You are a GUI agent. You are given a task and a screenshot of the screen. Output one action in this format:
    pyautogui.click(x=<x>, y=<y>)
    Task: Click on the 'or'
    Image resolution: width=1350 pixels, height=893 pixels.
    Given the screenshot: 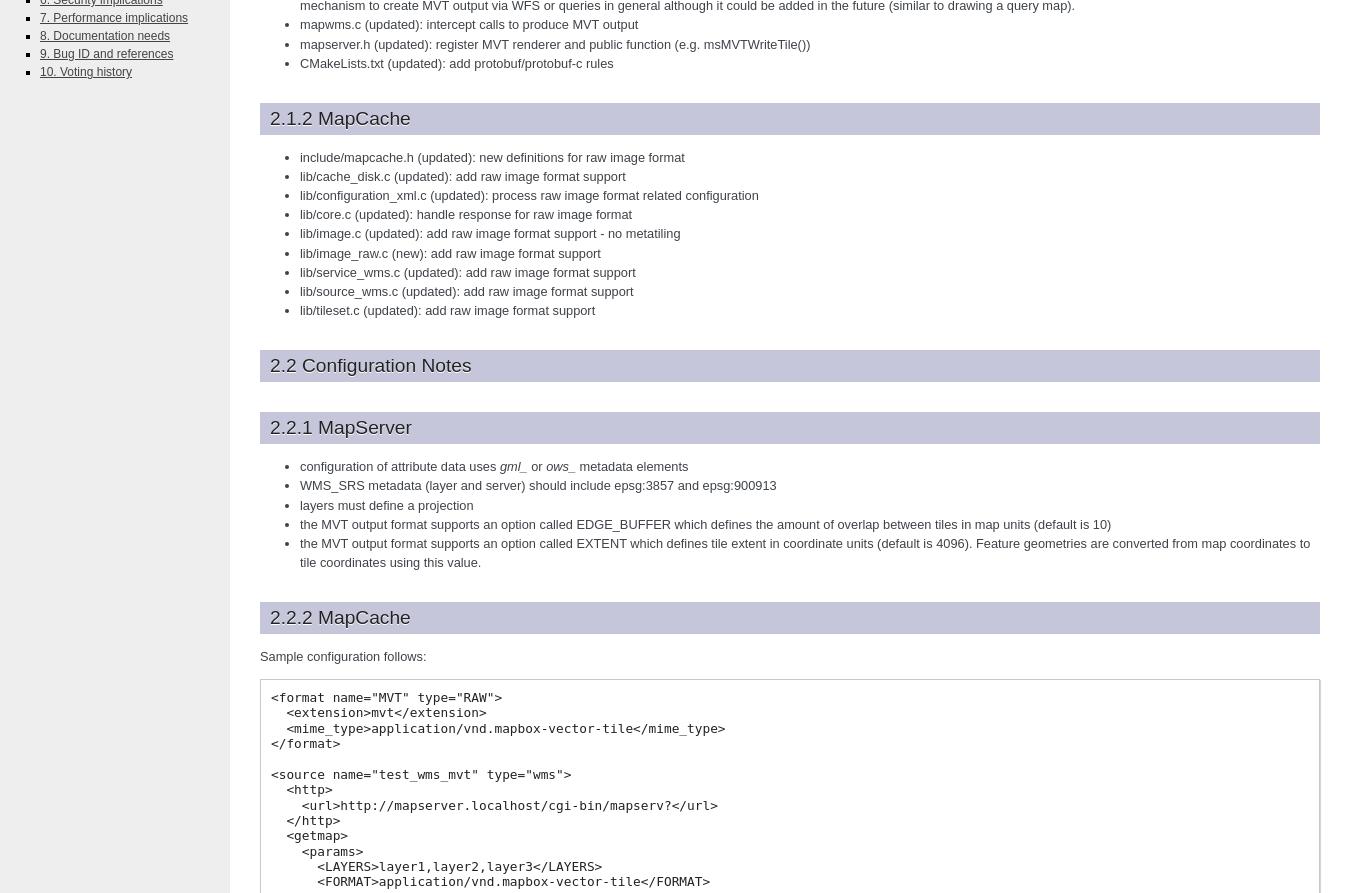 What is the action you would take?
    pyautogui.click(x=535, y=465)
    